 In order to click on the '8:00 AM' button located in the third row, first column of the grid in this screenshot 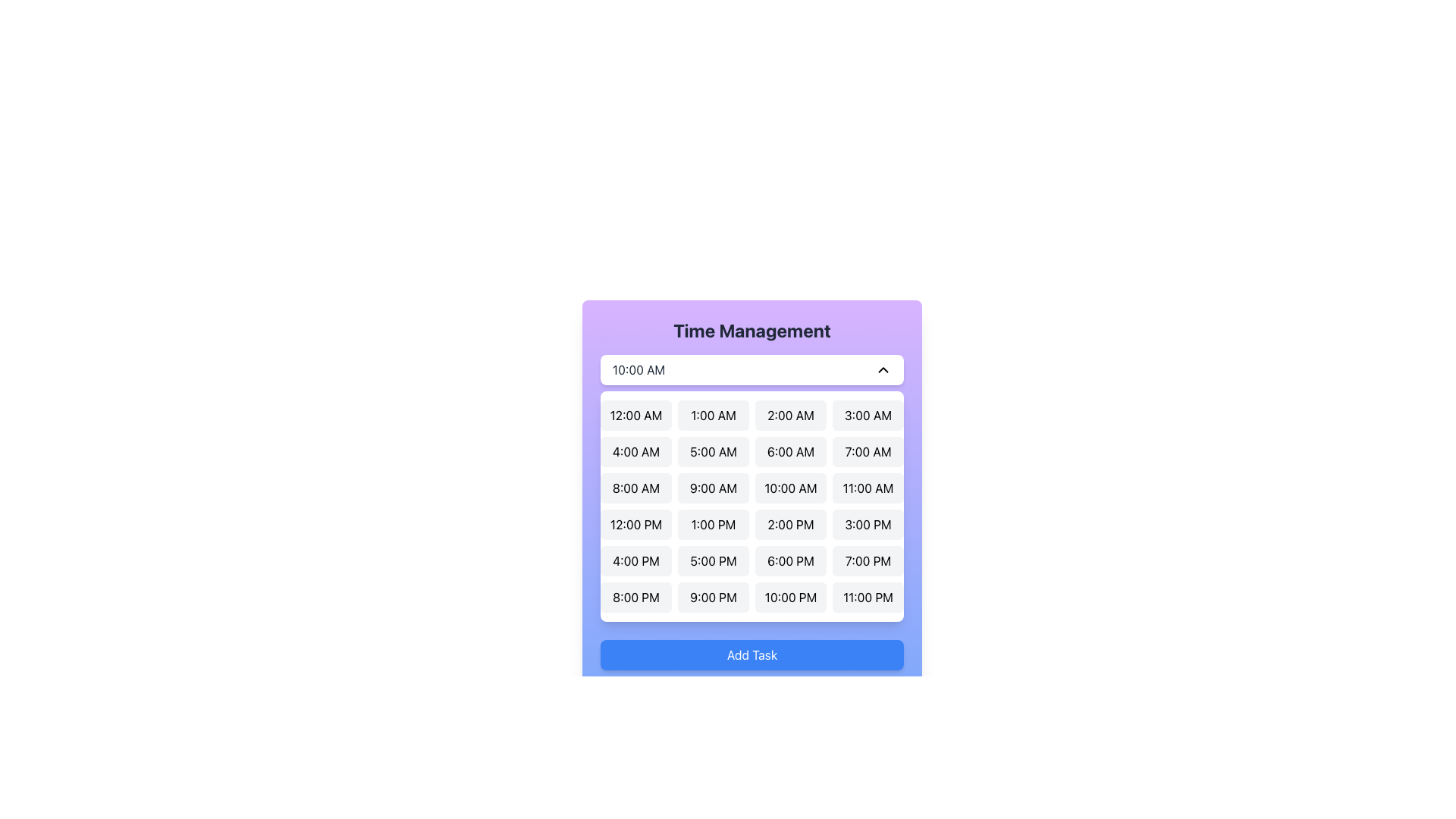, I will do `click(636, 488)`.